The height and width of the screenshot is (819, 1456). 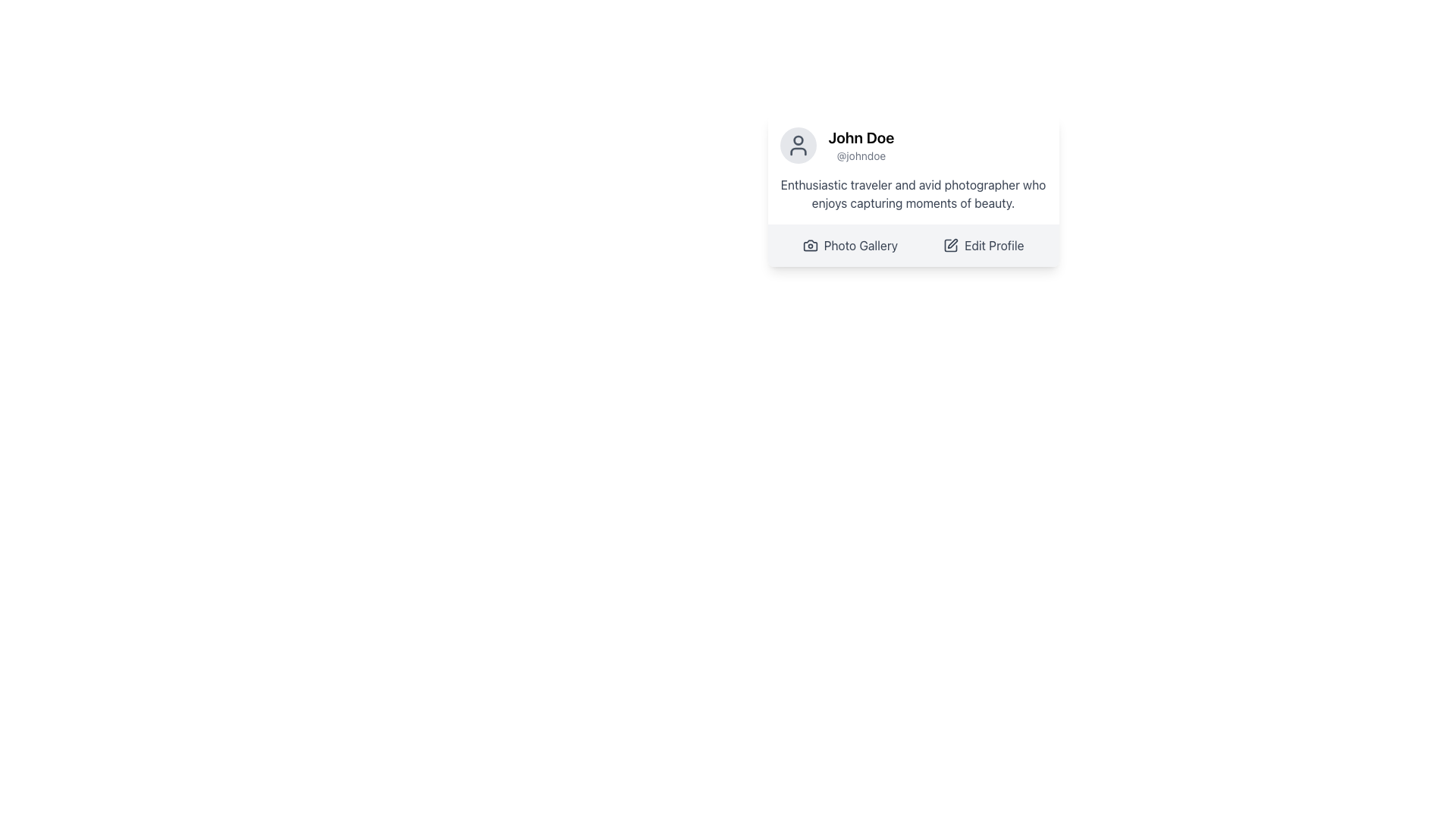 What do you see at coordinates (850, 245) in the screenshot?
I see `the leftmost button located below the user profile section` at bounding box center [850, 245].